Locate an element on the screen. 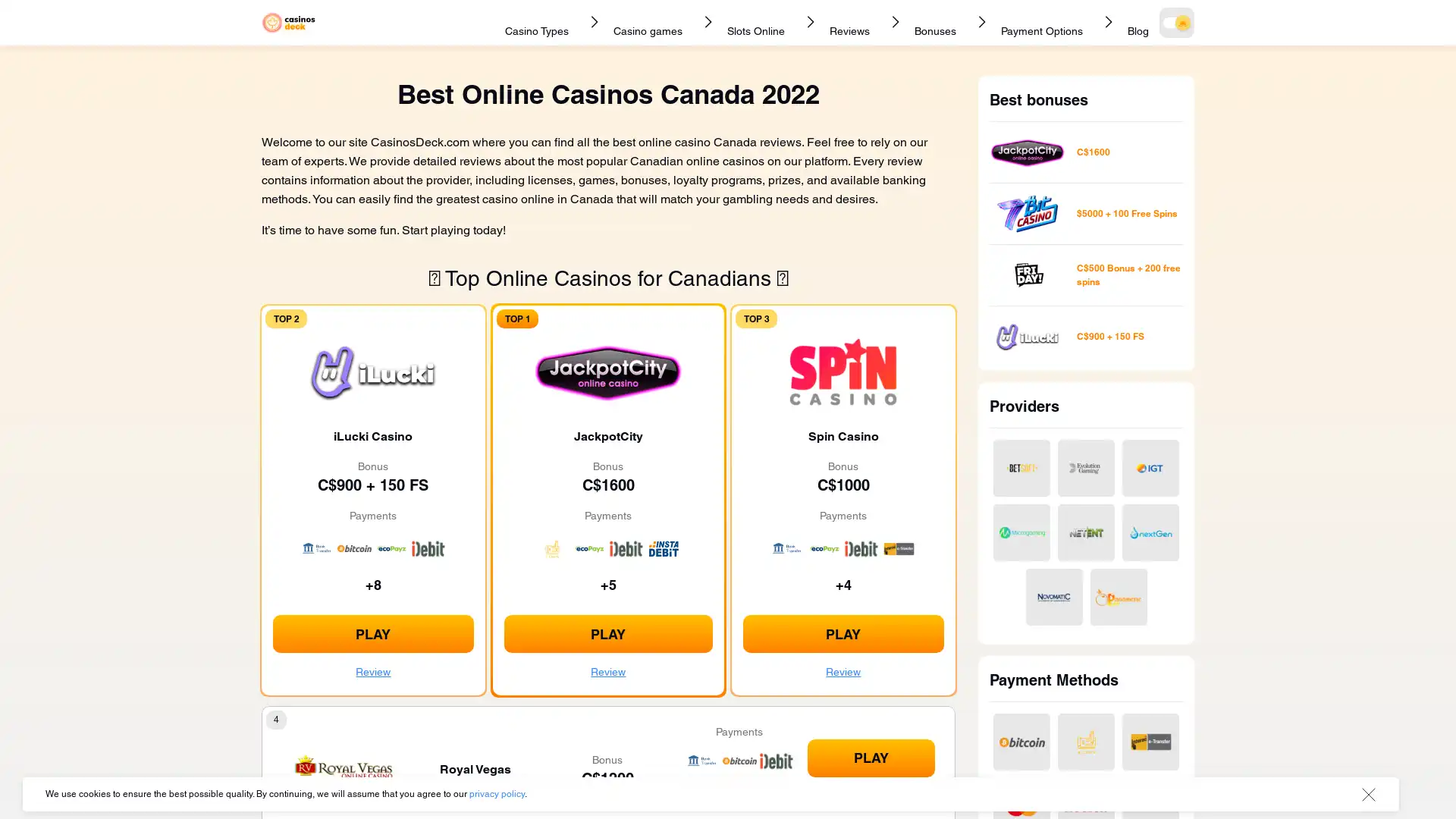 The width and height of the screenshot is (1456, 819). PLAY is located at coordinates (372, 634).